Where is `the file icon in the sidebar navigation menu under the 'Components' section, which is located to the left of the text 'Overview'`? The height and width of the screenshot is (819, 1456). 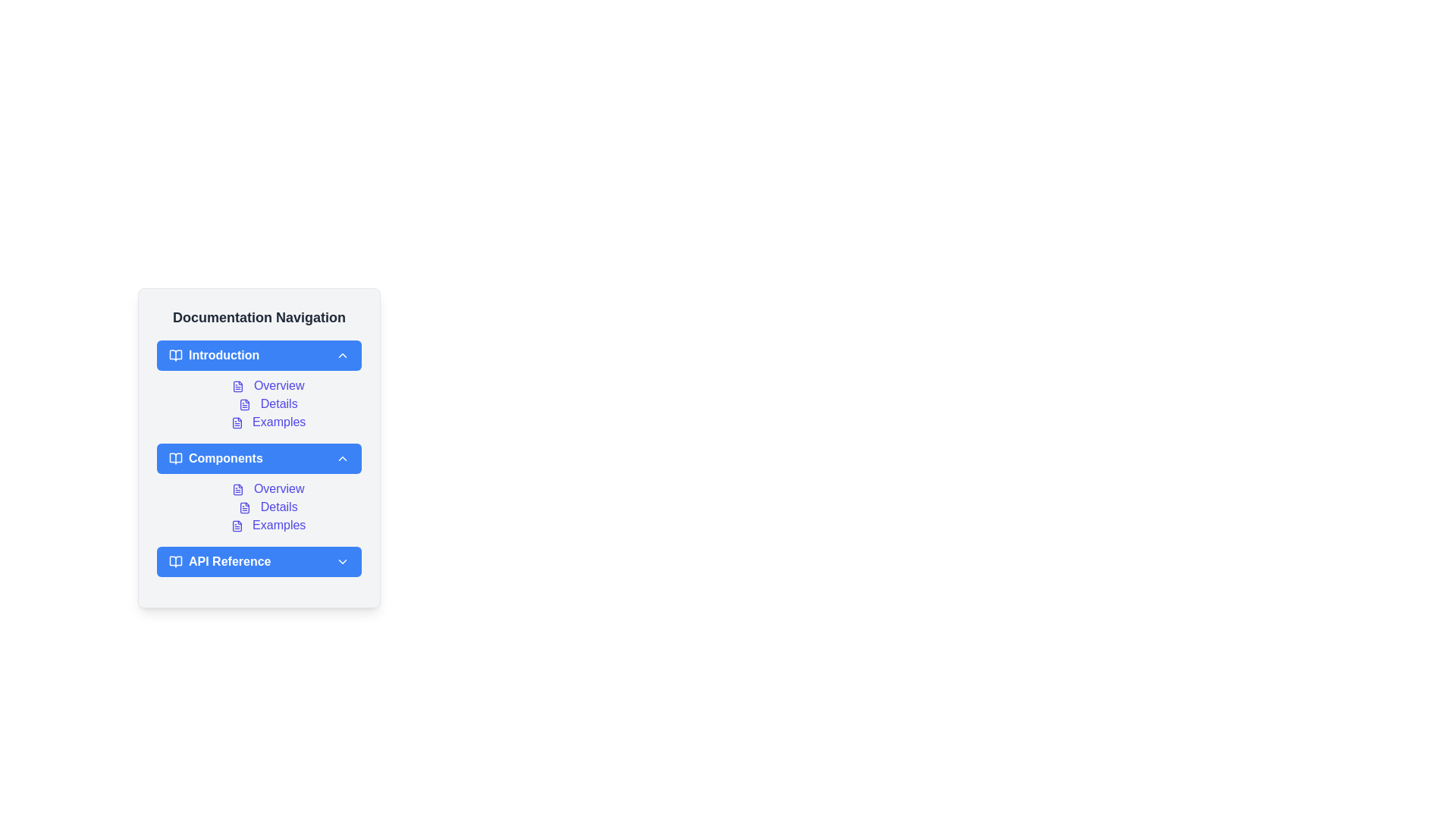 the file icon in the sidebar navigation menu under the 'Components' section, which is located to the left of the text 'Overview' is located at coordinates (237, 489).